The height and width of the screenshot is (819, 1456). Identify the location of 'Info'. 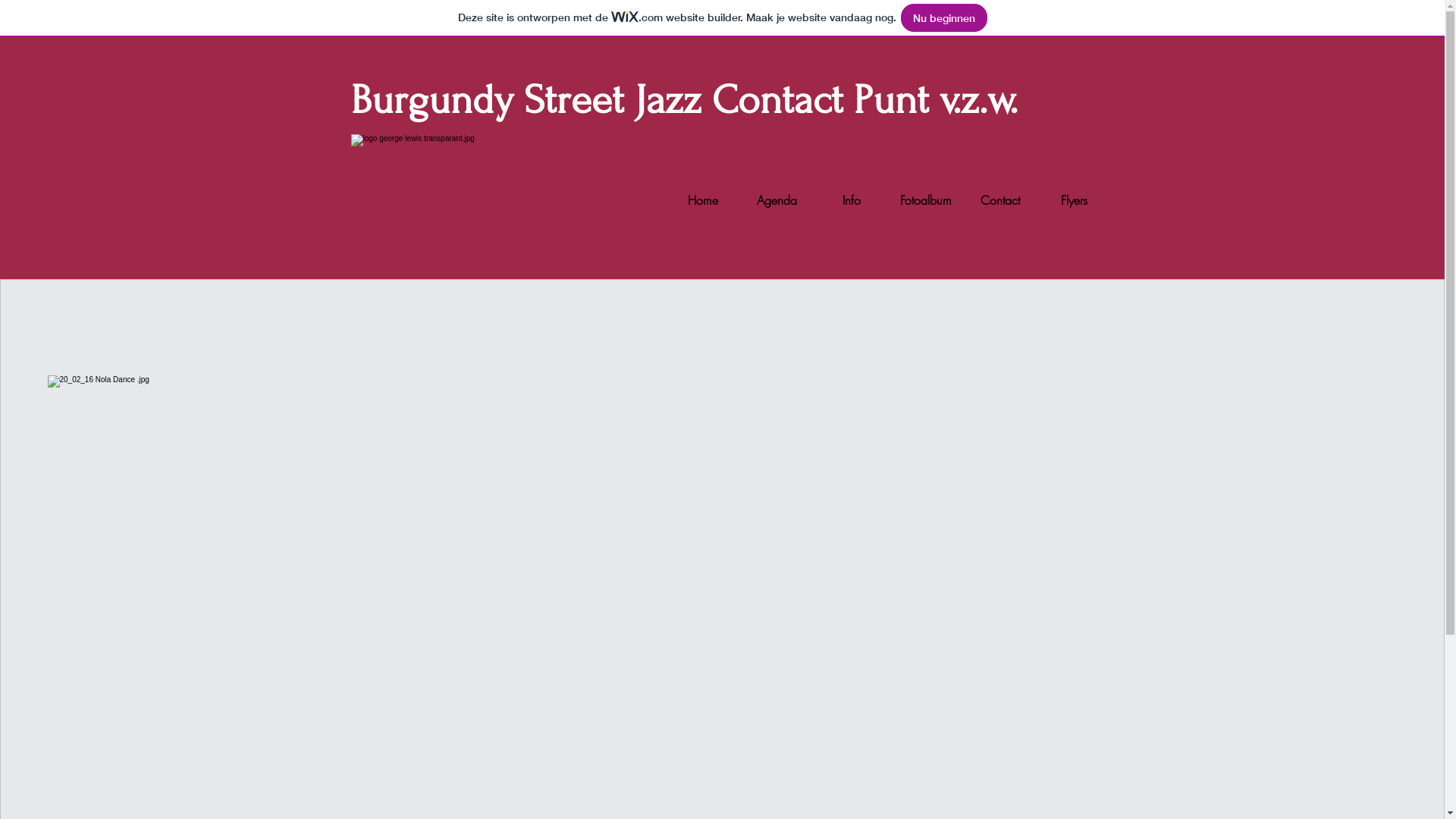
(852, 199).